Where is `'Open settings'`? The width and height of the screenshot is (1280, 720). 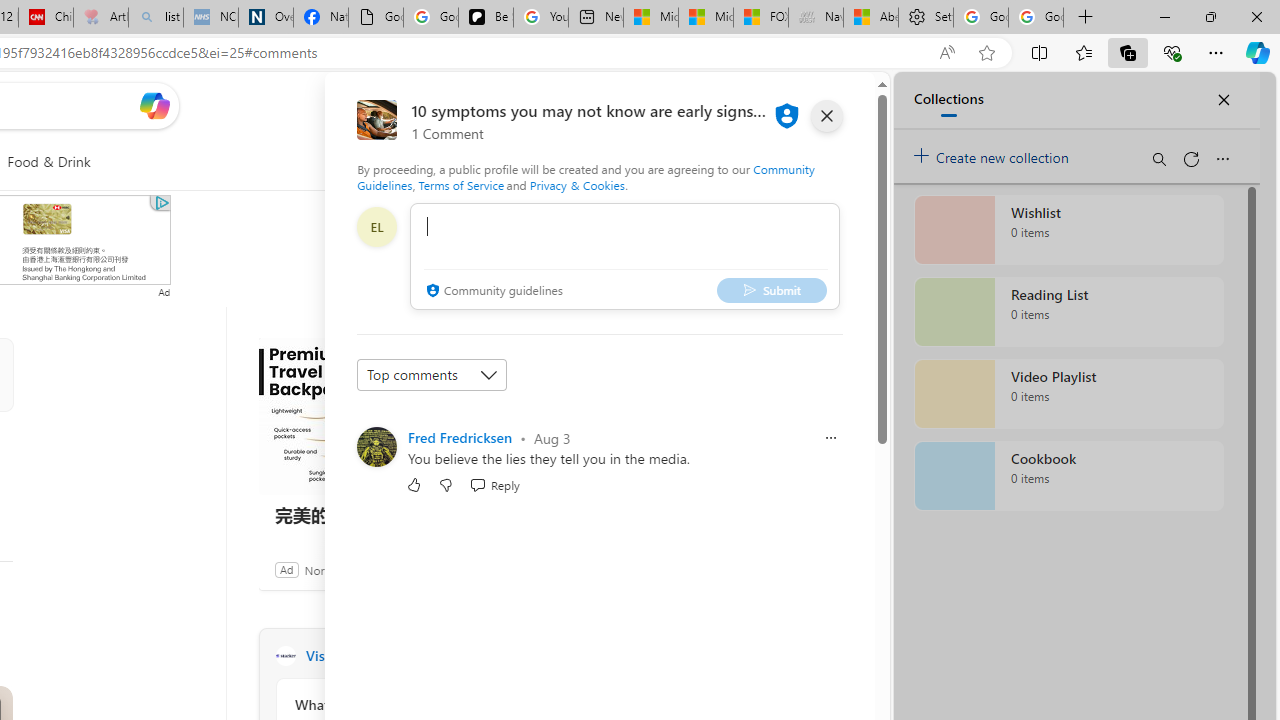
'Open settings' is located at coordinates (830, 105).